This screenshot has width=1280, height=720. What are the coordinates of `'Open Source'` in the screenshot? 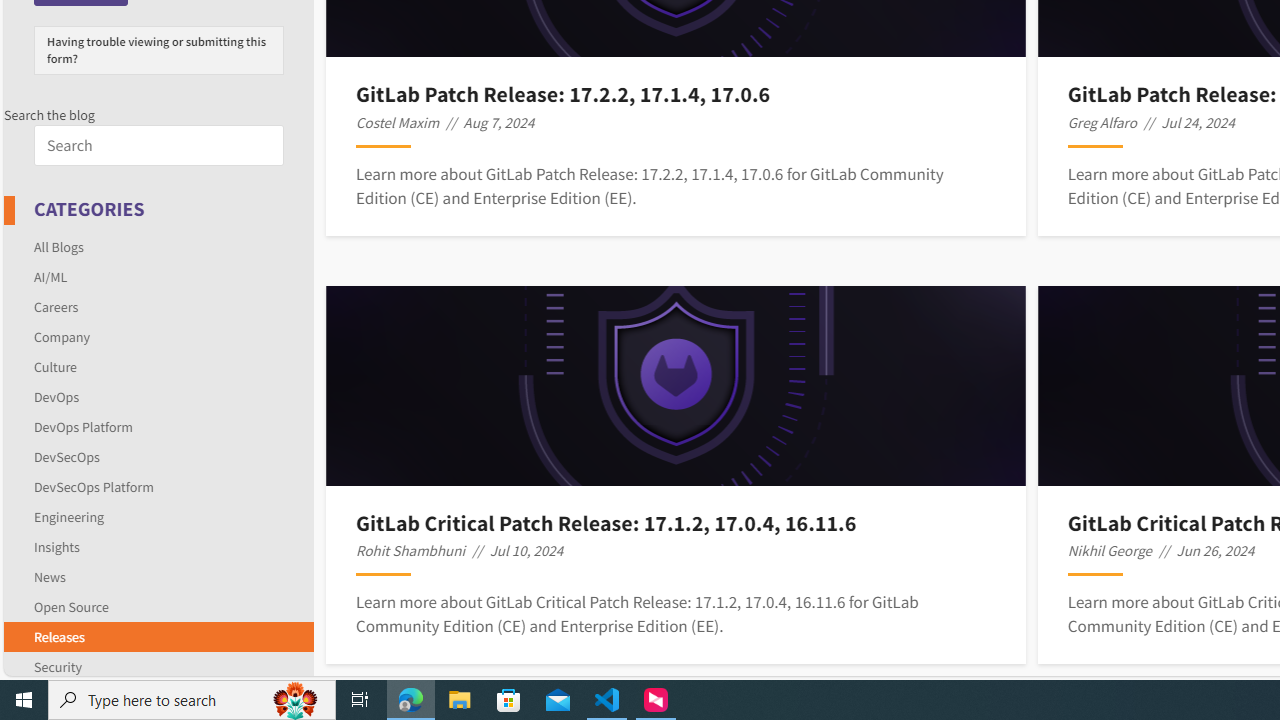 It's located at (71, 605).